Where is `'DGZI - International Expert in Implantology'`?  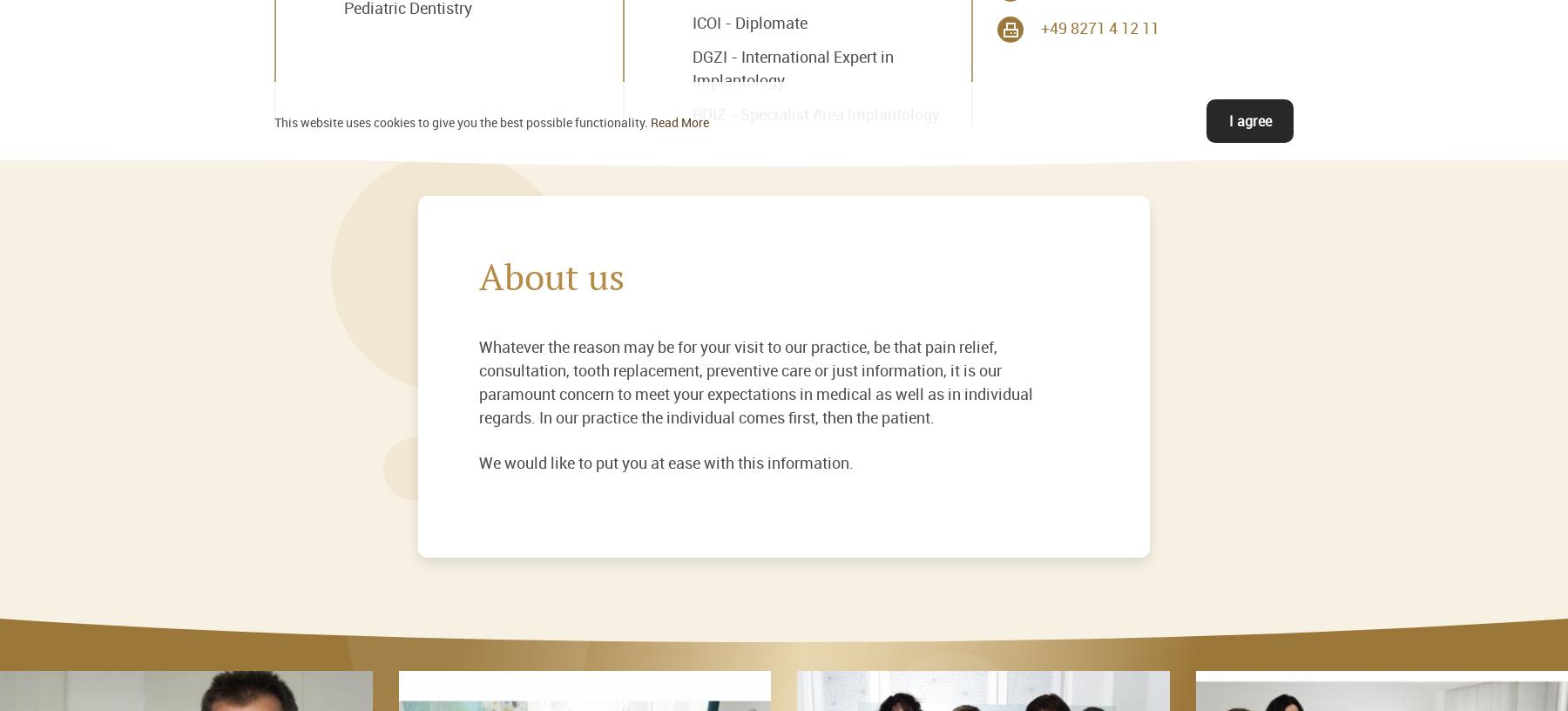 'DGZI - International Expert in Implantology' is located at coordinates (791, 66).